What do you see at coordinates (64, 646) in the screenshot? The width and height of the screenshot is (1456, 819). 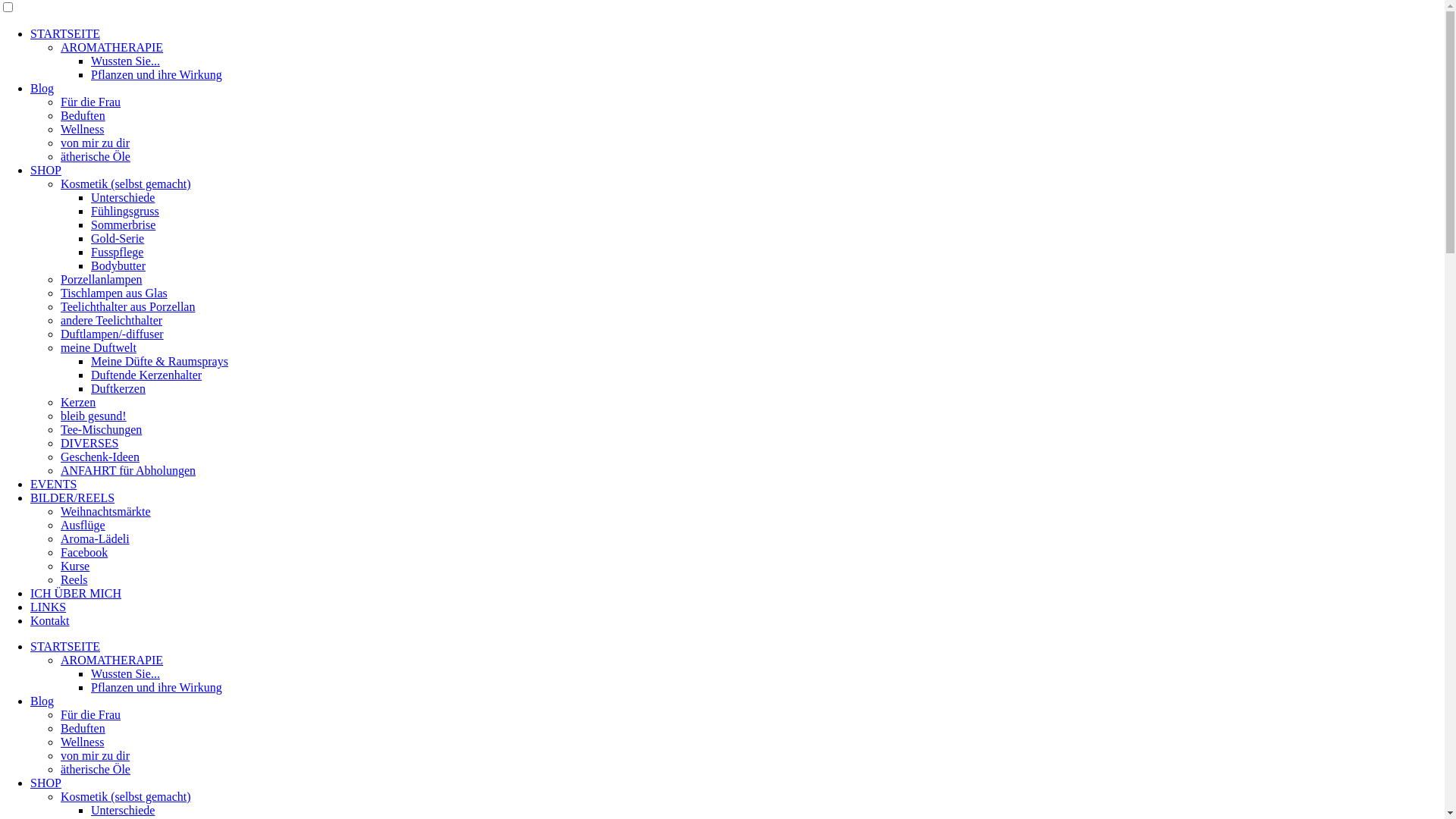 I see `'STARTSEITE'` at bounding box center [64, 646].